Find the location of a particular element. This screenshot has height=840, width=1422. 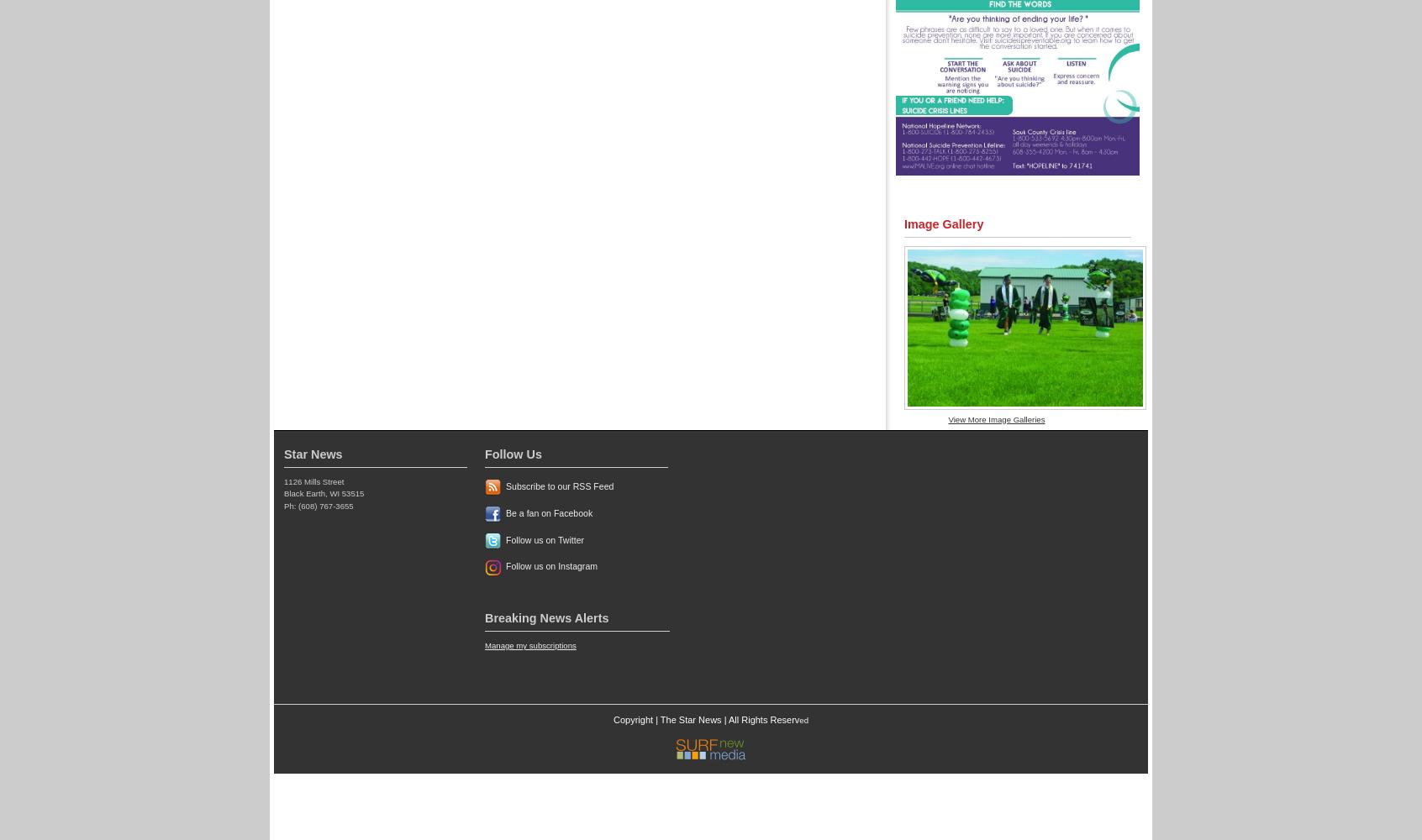

'Be a fan on Facebook' is located at coordinates (549, 512).